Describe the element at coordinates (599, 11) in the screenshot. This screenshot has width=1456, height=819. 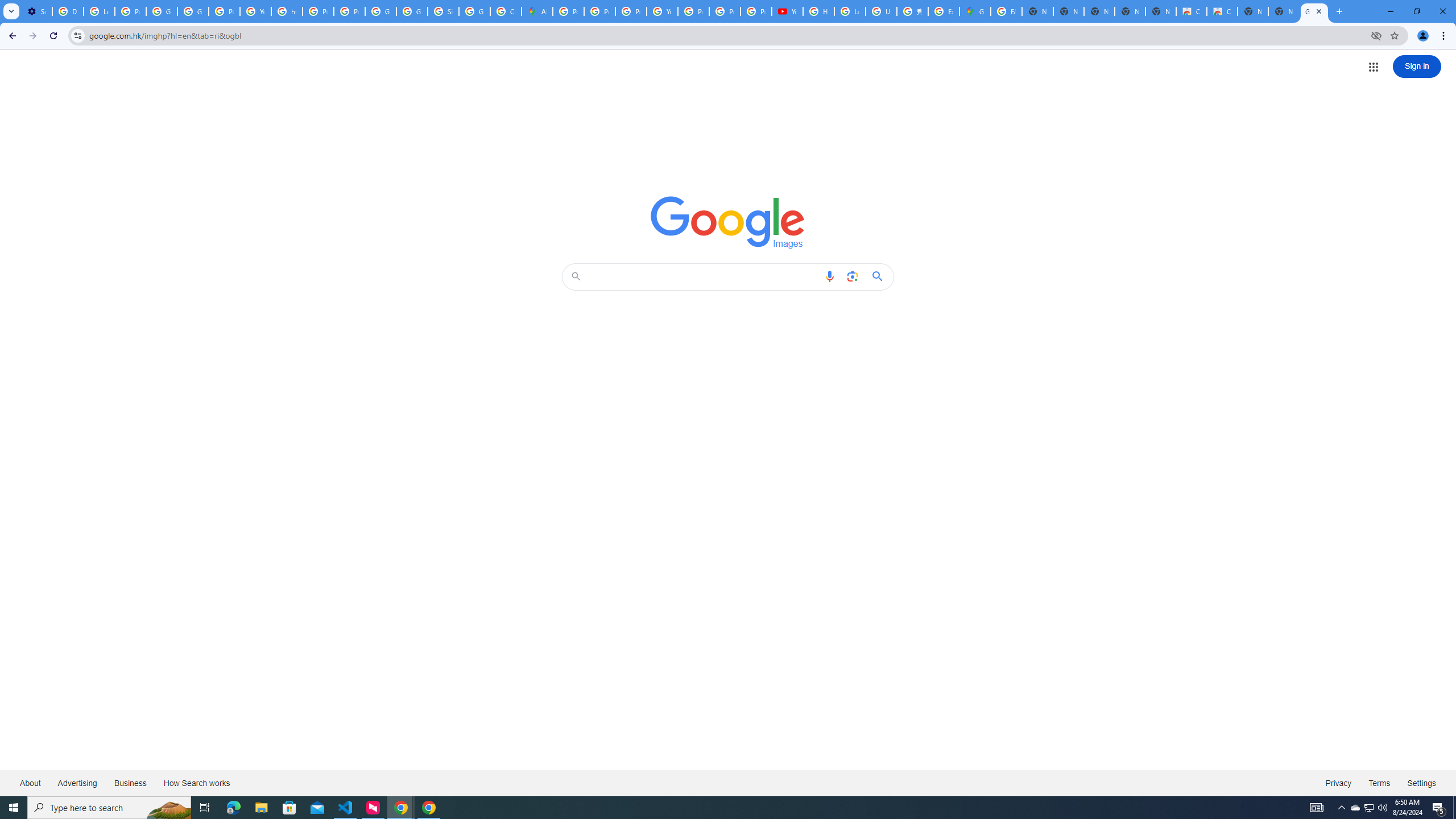
I see `'Privacy Help Center - Policies Help'` at that location.